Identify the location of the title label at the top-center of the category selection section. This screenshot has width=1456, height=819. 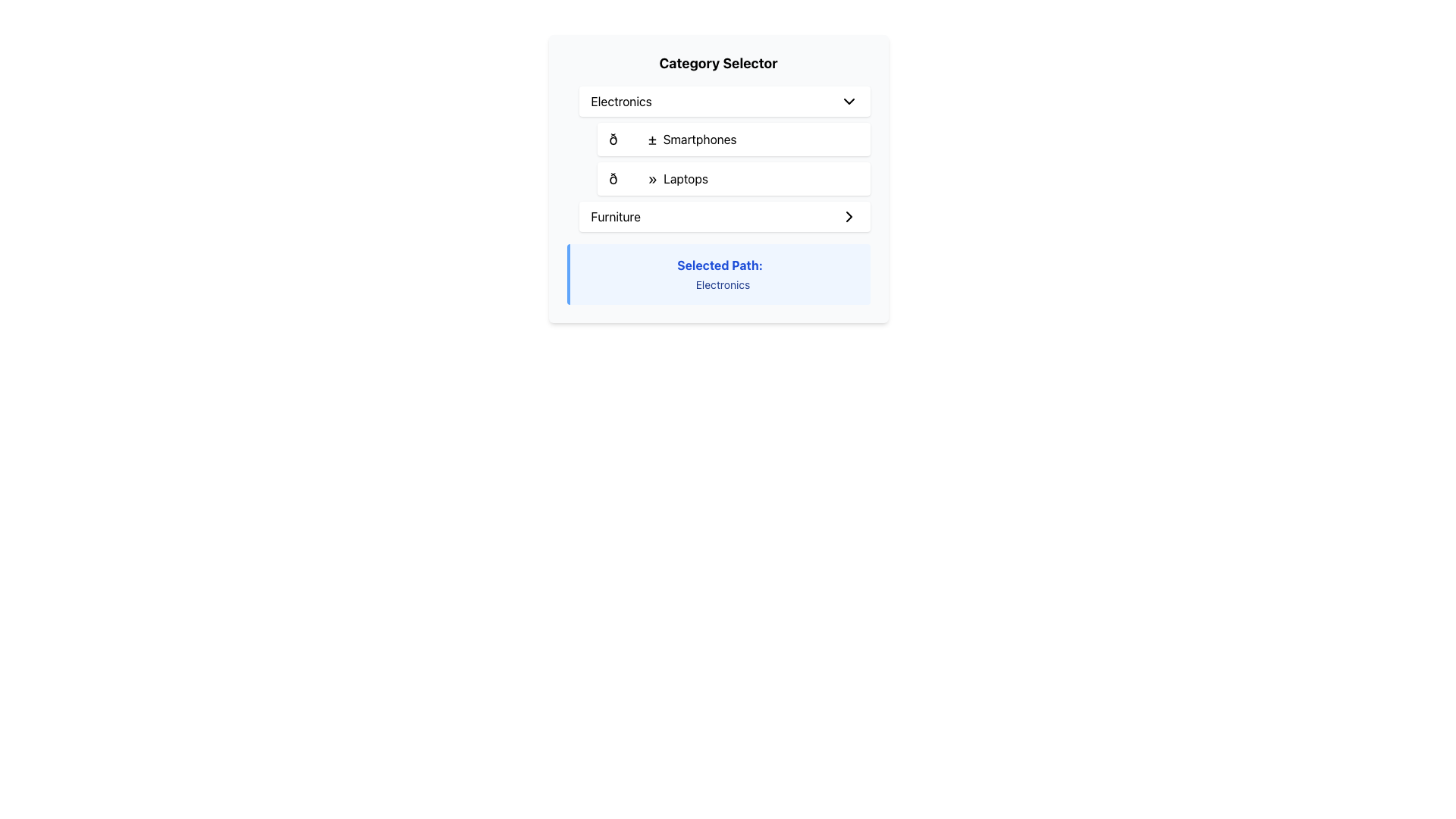
(717, 63).